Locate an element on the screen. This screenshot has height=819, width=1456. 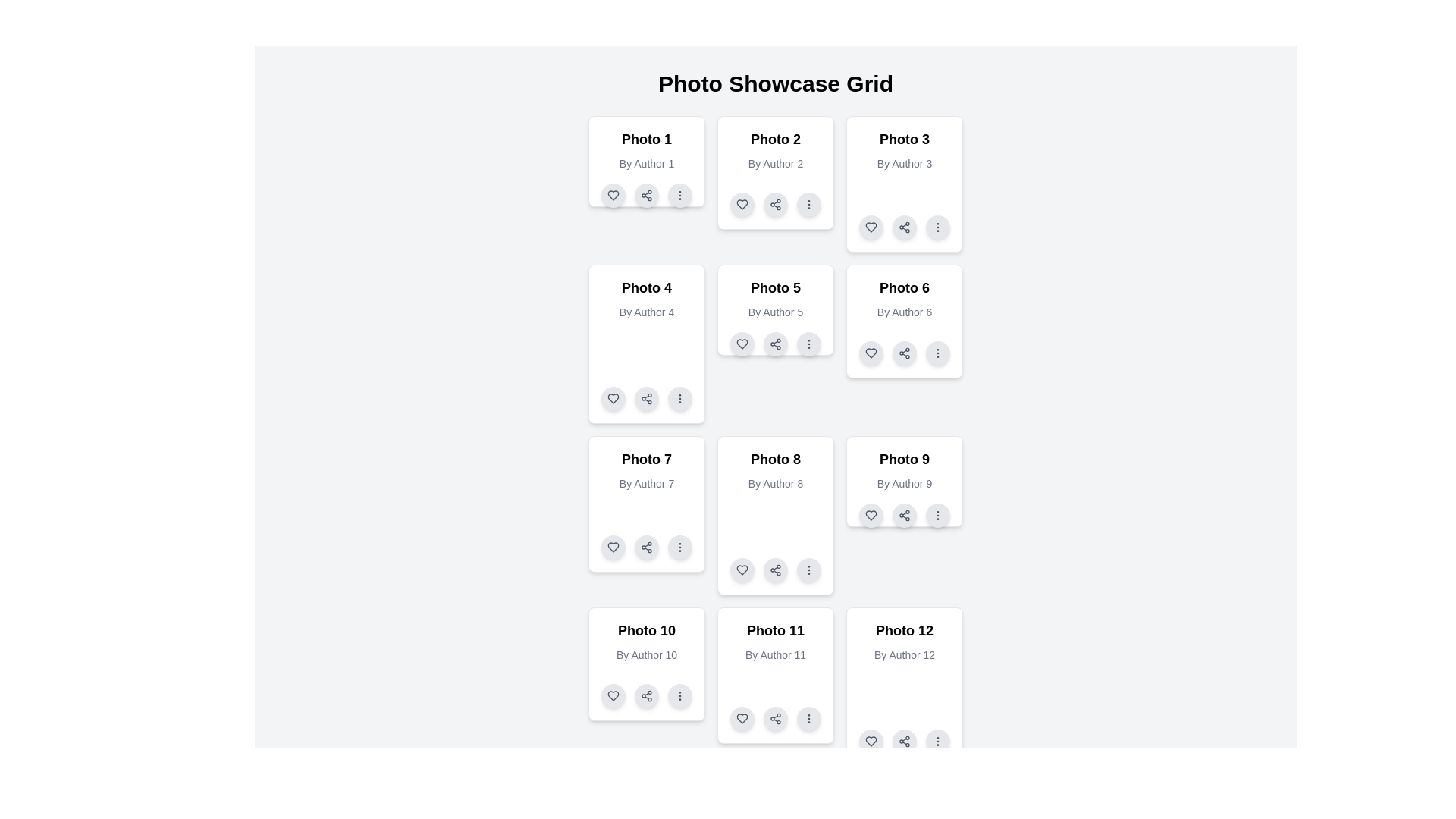
the heart icon, which is the middle icon located at the bottom of the 'Photo 5' card is located at coordinates (742, 344).